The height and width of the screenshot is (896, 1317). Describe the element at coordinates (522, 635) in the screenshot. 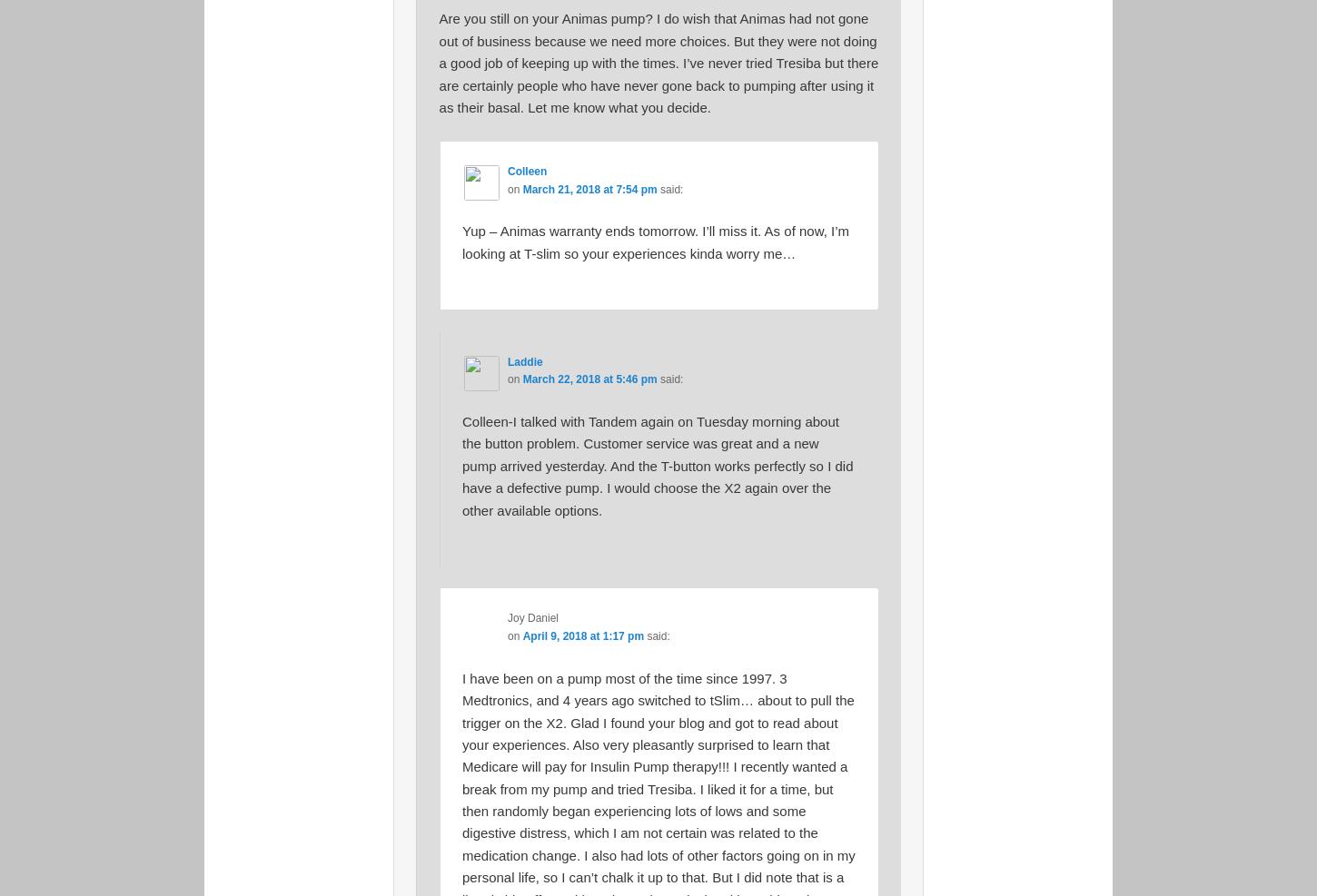

I see `'April 9, 2018 at 1:17 pm'` at that location.